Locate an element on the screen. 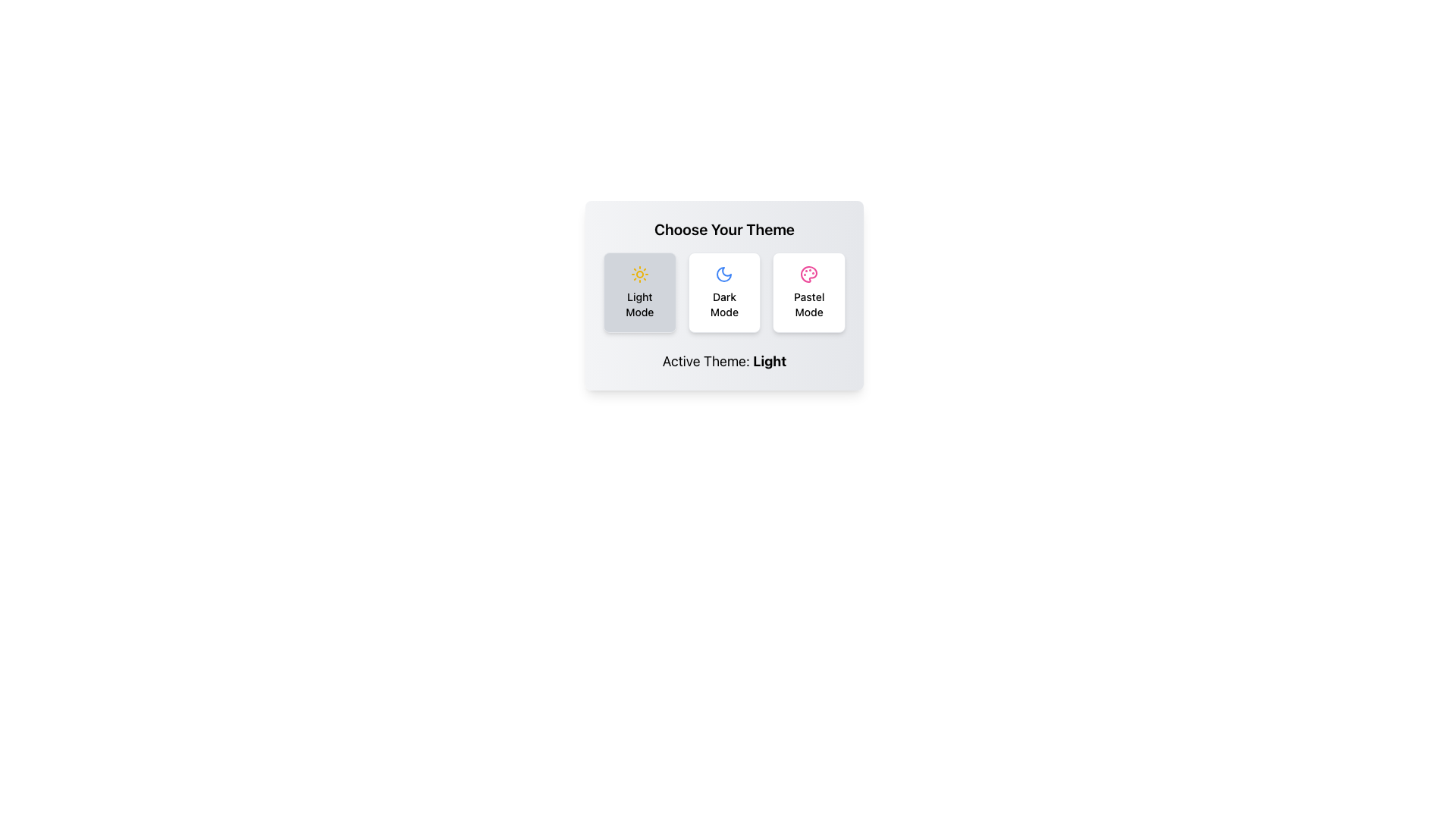  the 'Pastel Mode' theme icon, which is positioned at the top center above the text 'Pastel Mode' is located at coordinates (808, 275).